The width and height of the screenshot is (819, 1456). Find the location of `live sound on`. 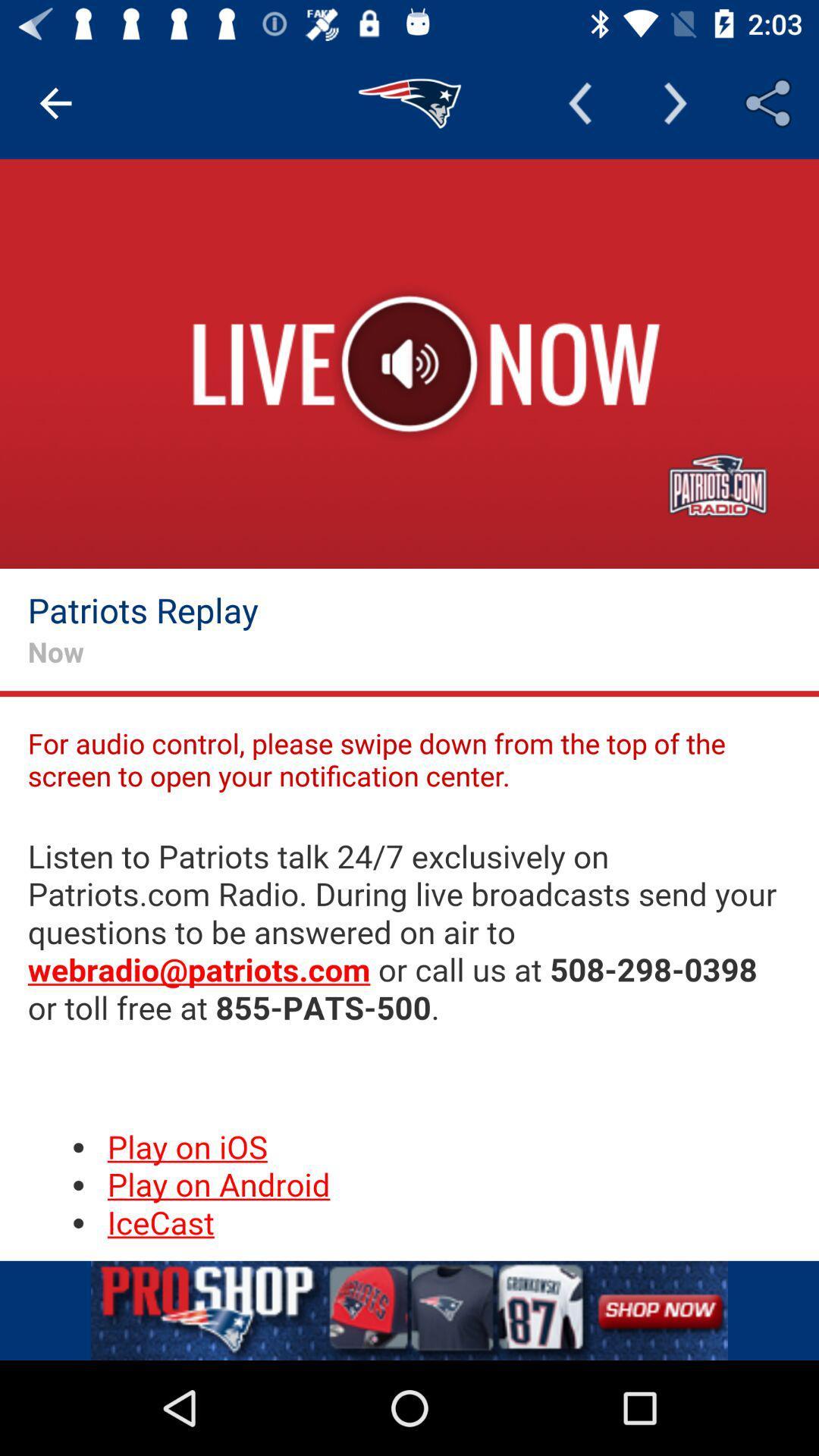

live sound on is located at coordinates (409, 364).